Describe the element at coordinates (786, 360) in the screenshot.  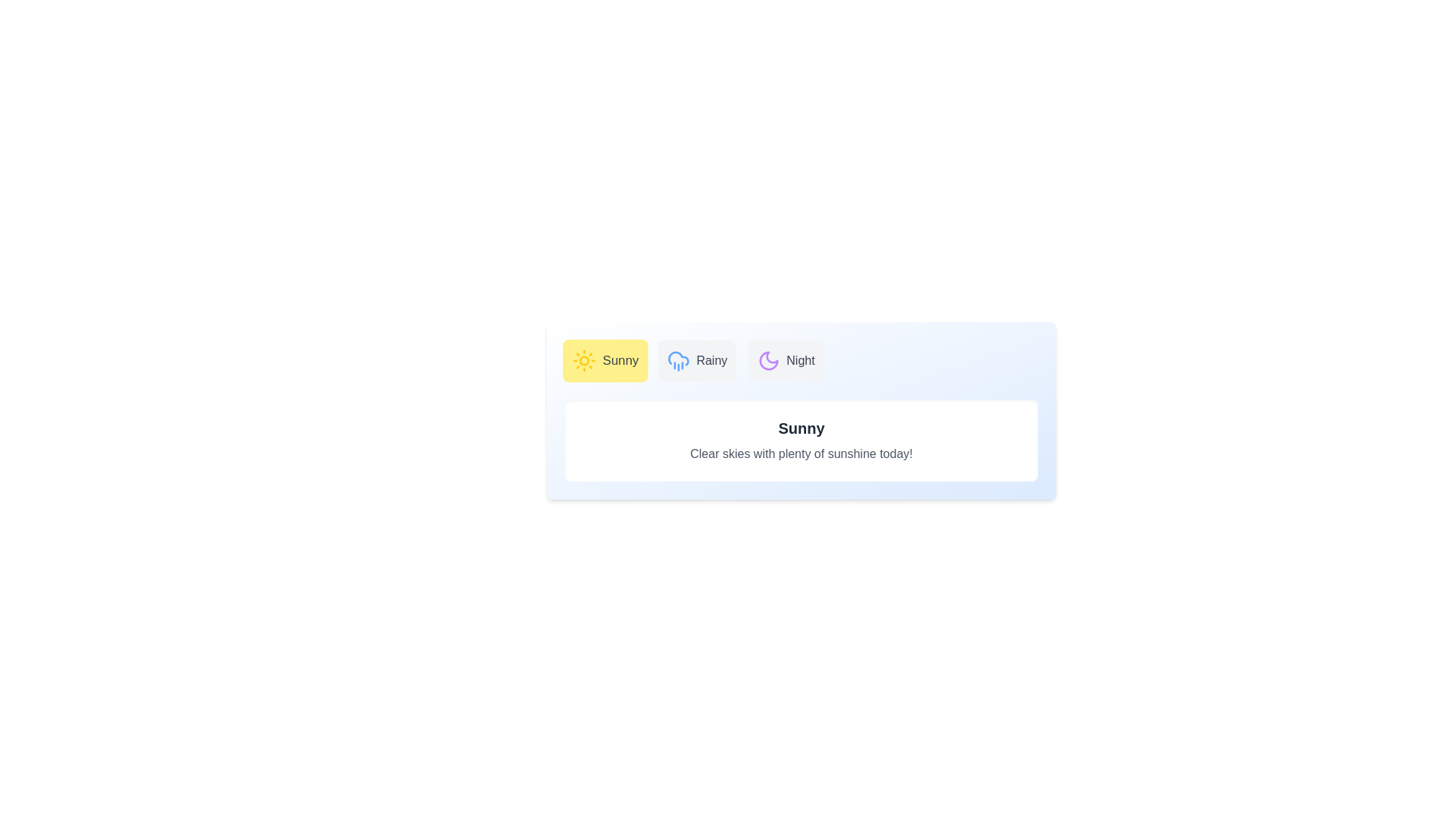
I see `the Night tab to select it` at that location.